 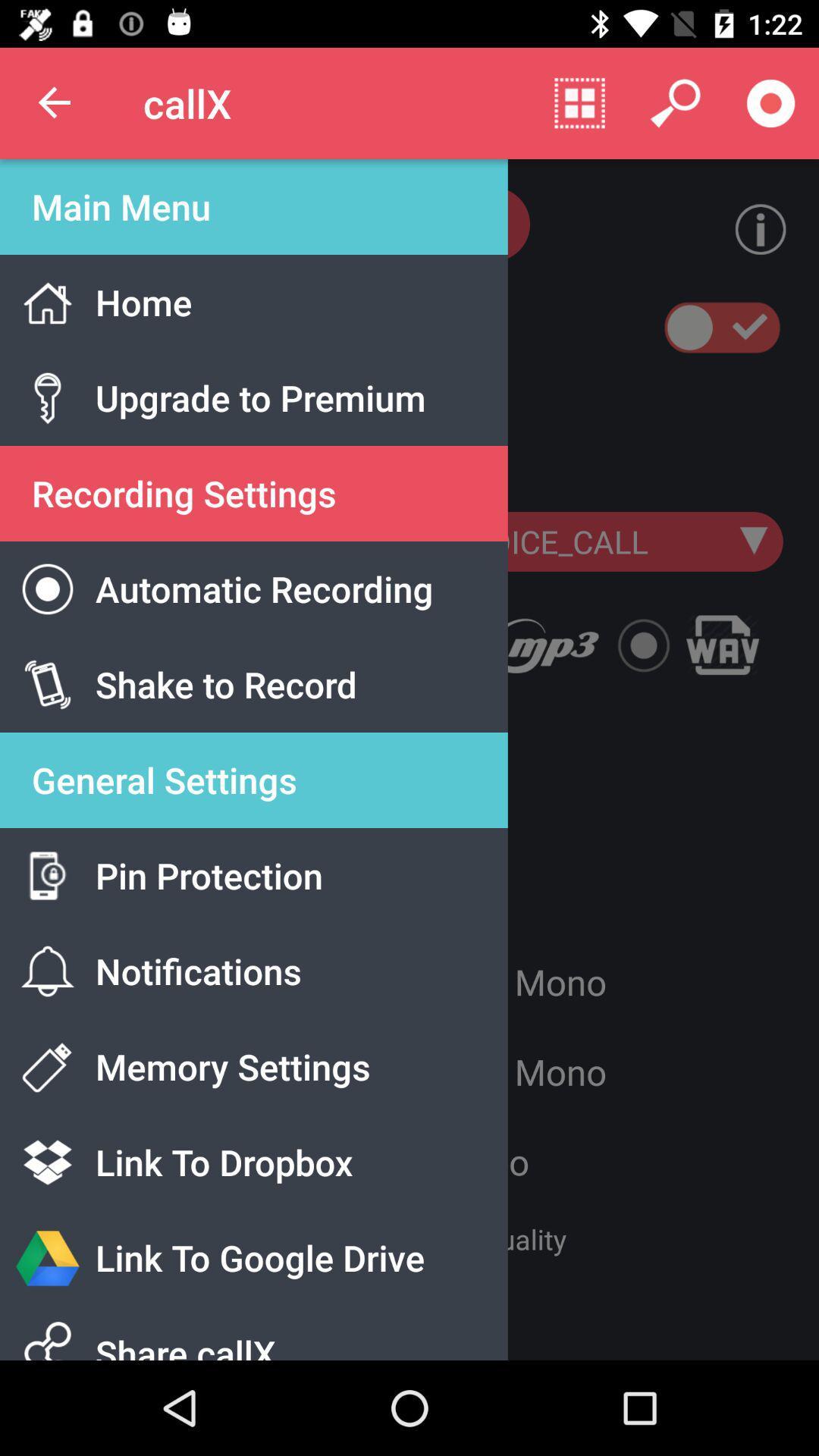 I want to click on the button which is next to the main menu, so click(x=748, y=228).